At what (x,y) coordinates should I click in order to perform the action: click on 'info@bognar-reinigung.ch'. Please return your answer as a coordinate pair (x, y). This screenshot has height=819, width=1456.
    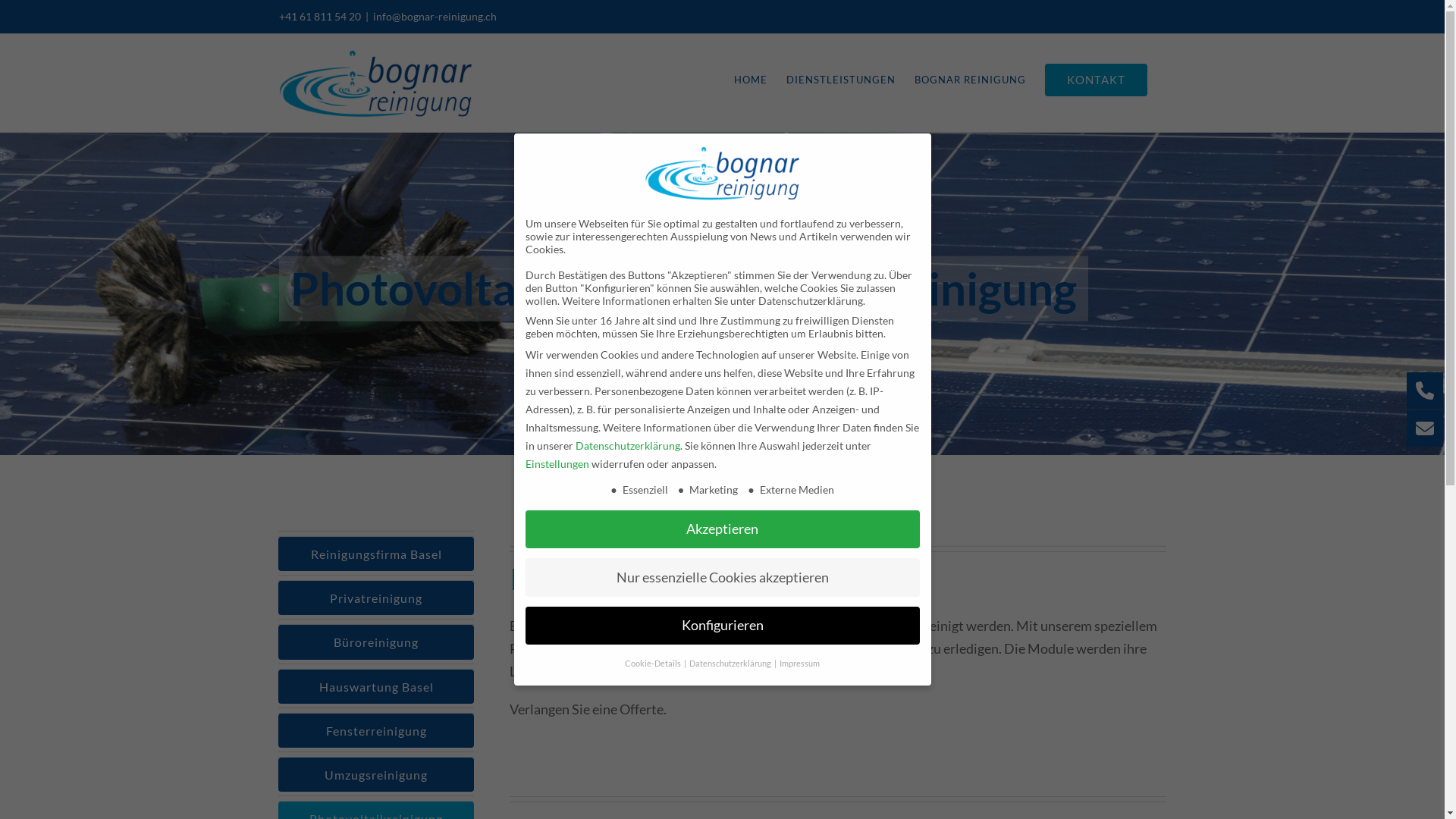
    Looking at the image, I should click on (372, 16).